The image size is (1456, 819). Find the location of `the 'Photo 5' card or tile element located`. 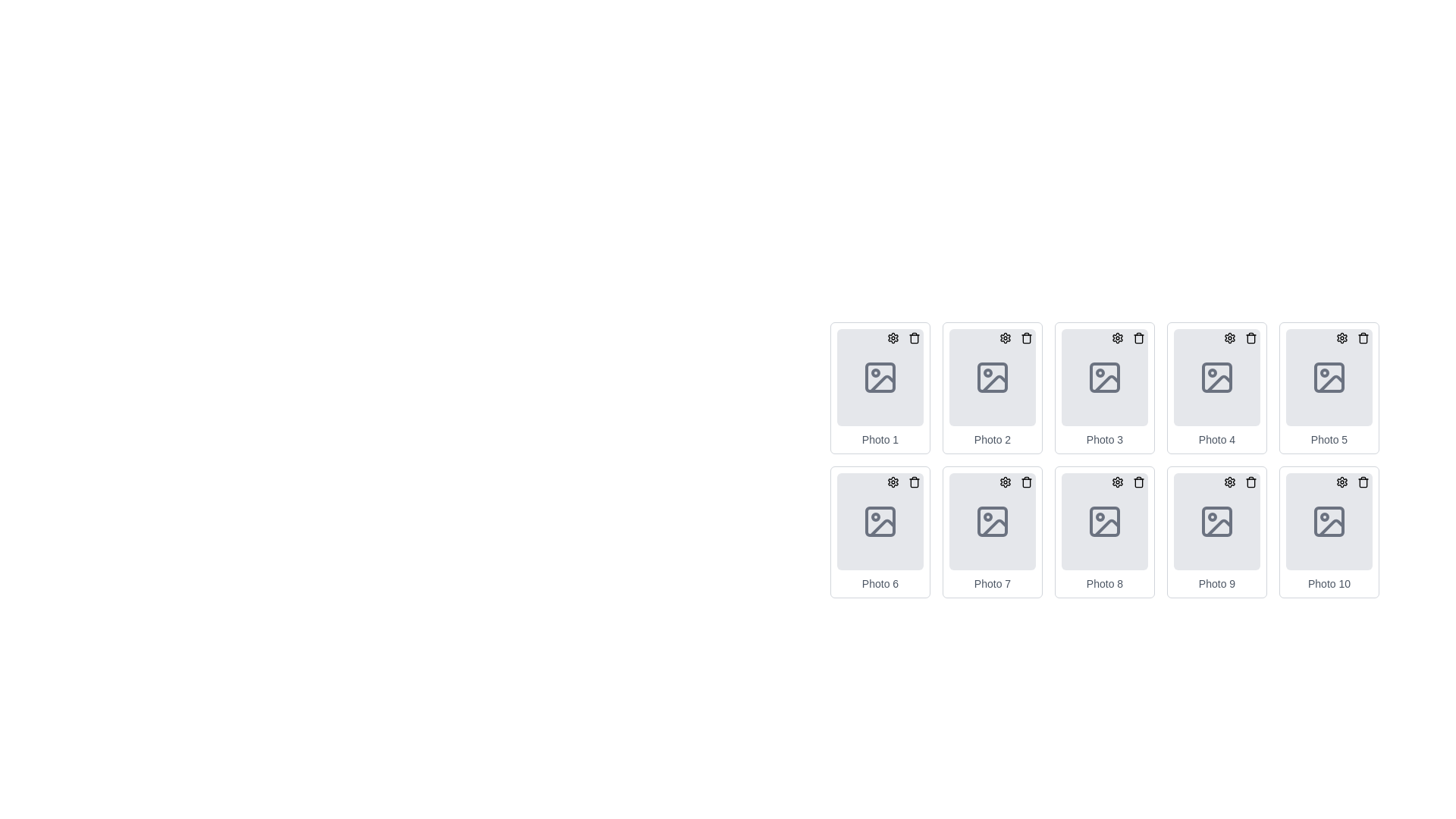

the 'Photo 5' card or tile element located is located at coordinates (1328, 388).